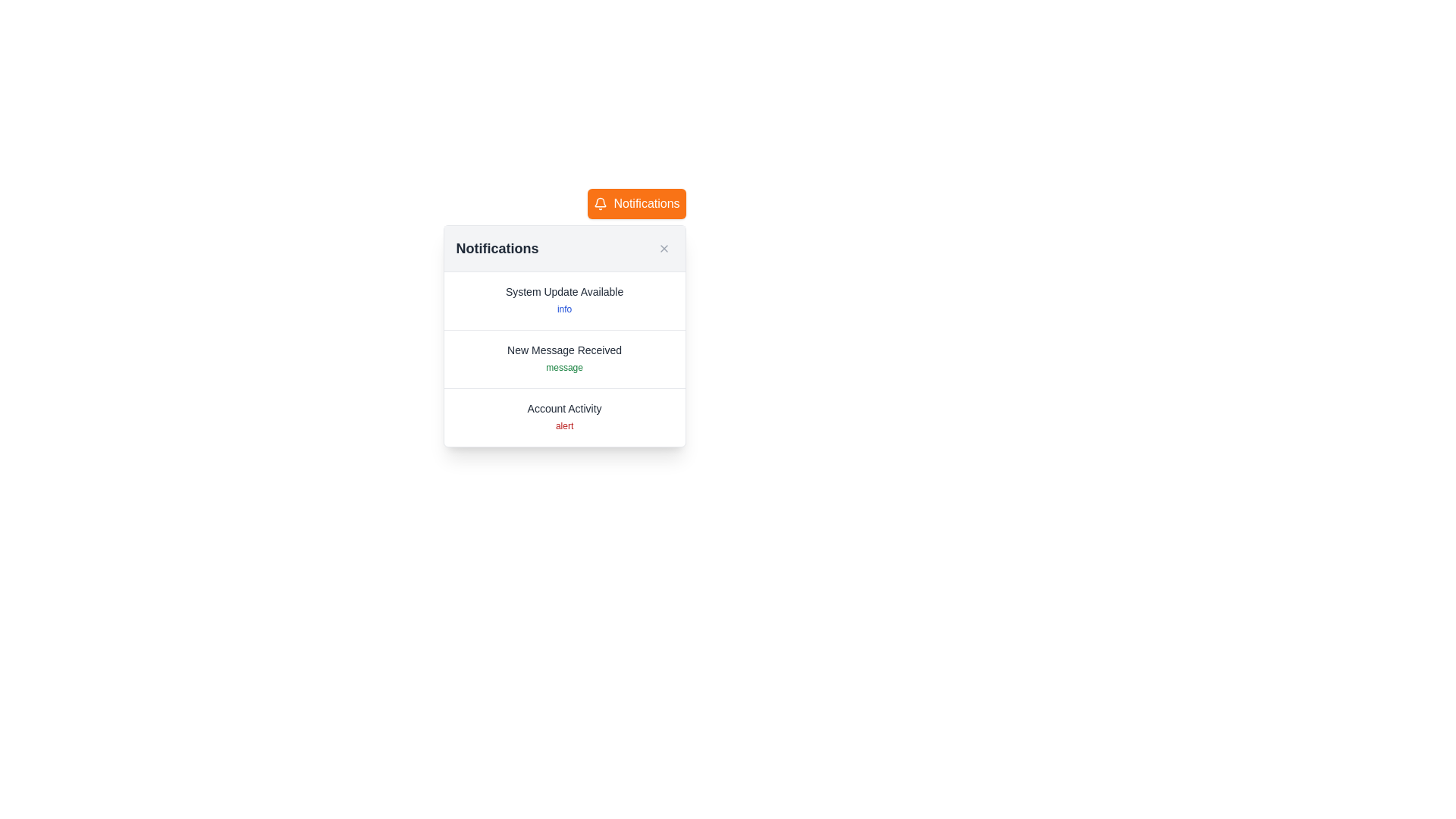 The width and height of the screenshot is (1456, 819). Describe the element at coordinates (664, 247) in the screenshot. I see `the compact button with an 'X' symbol located in the top-right corner of the notification panel` at that location.